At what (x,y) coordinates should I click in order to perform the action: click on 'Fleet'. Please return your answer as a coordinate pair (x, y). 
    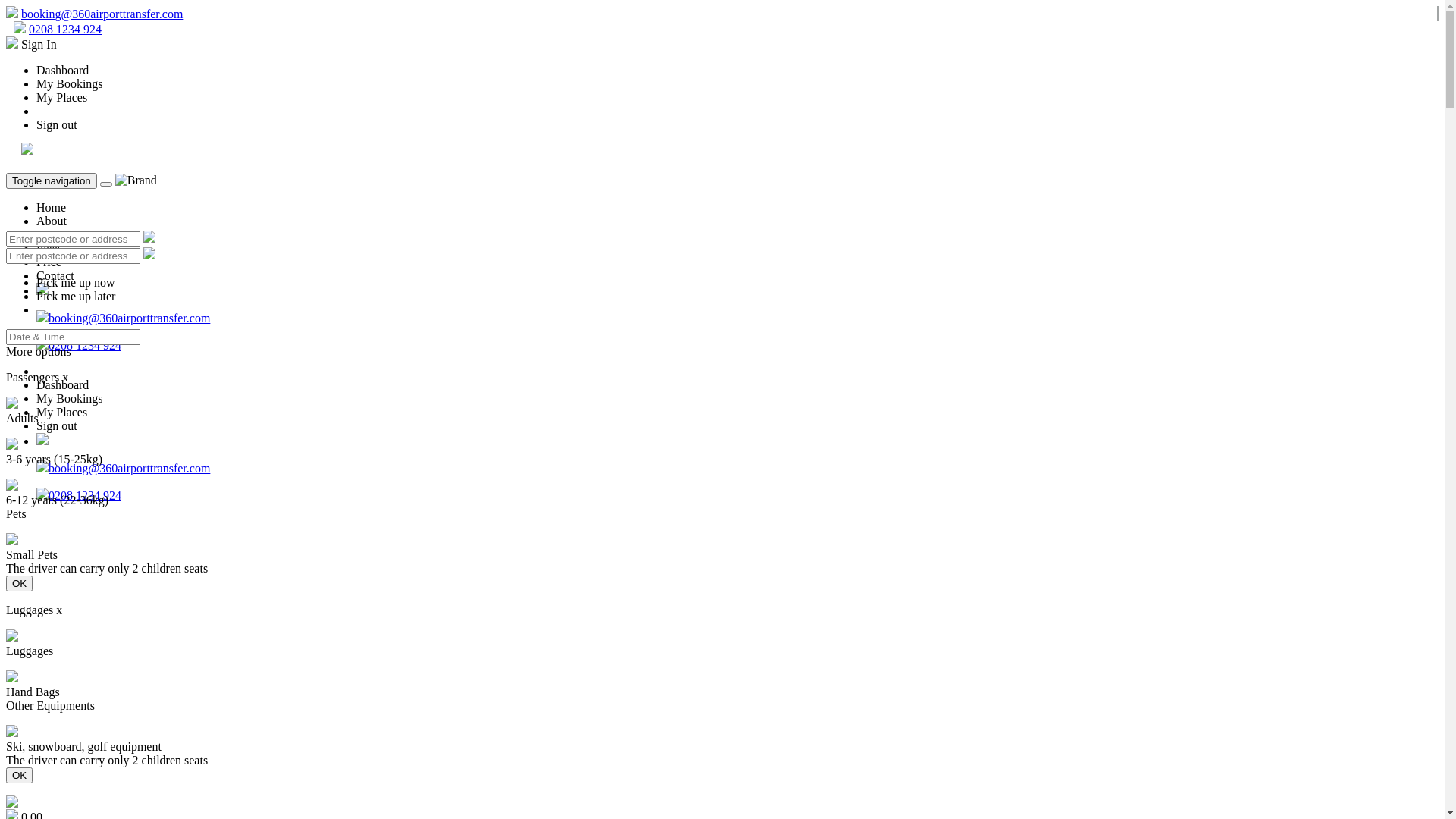
    Looking at the image, I should click on (48, 247).